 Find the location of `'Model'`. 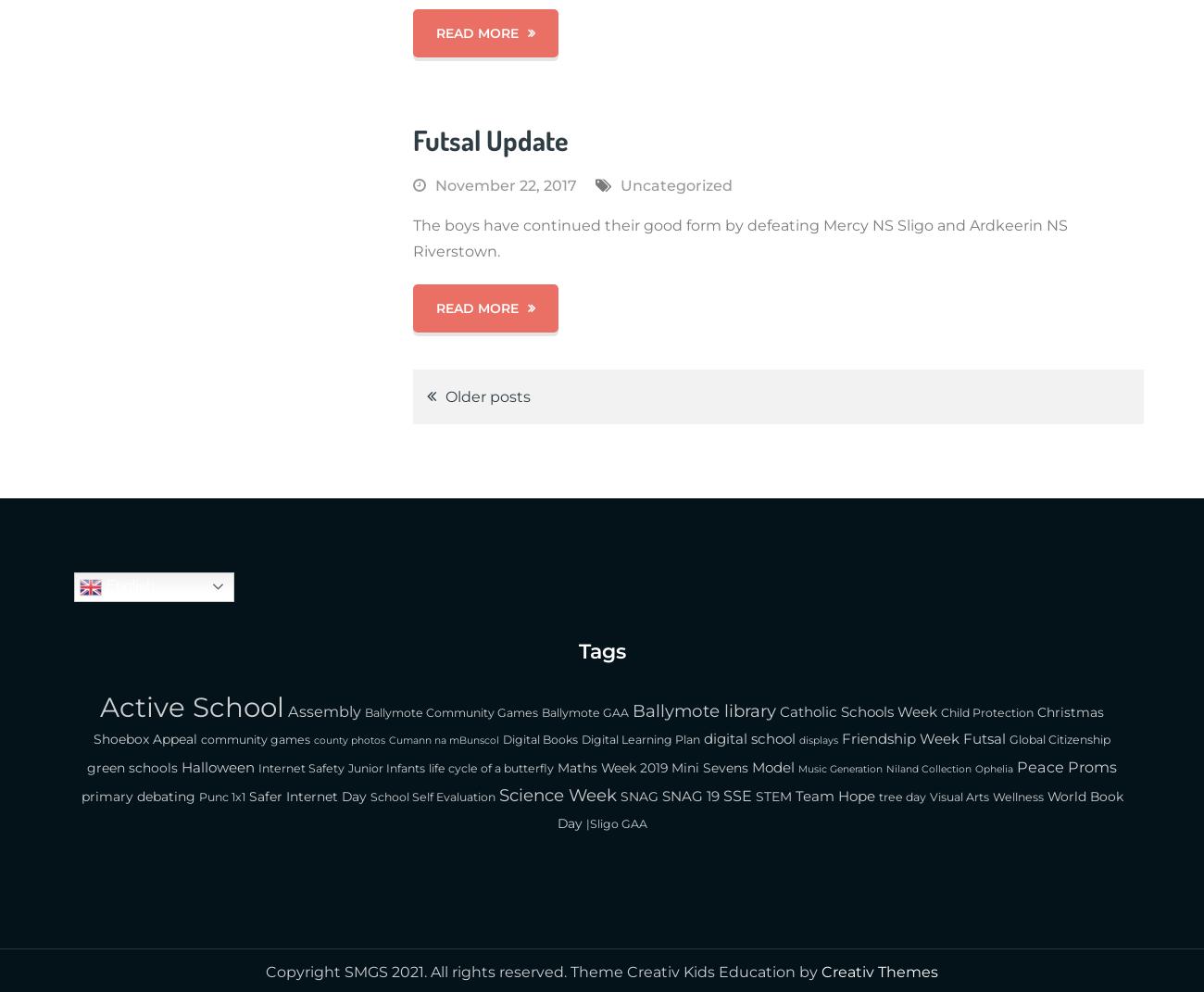

'Model' is located at coordinates (750, 766).